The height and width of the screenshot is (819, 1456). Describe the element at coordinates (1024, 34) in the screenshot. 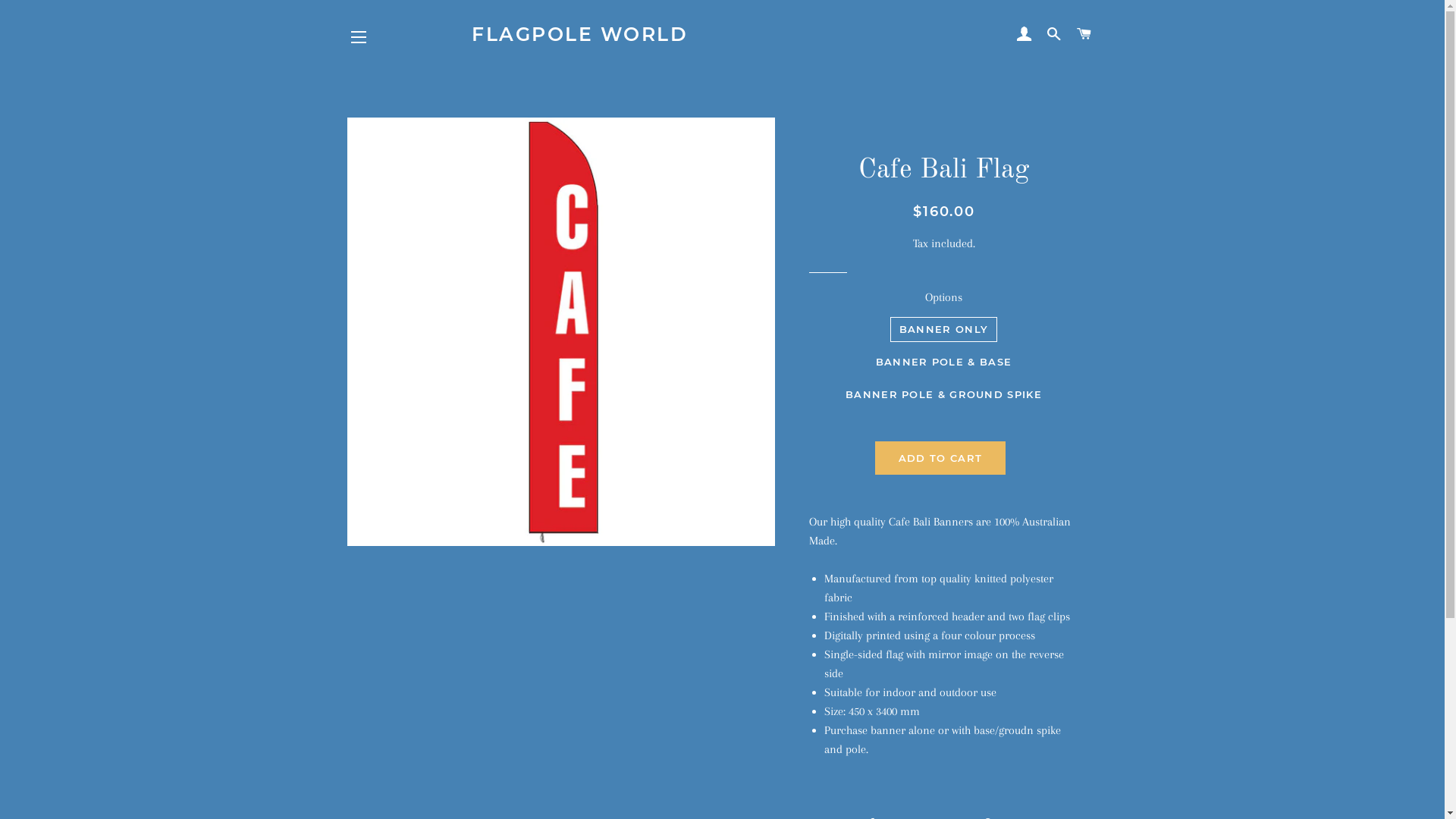

I see `'LOG IN'` at that location.